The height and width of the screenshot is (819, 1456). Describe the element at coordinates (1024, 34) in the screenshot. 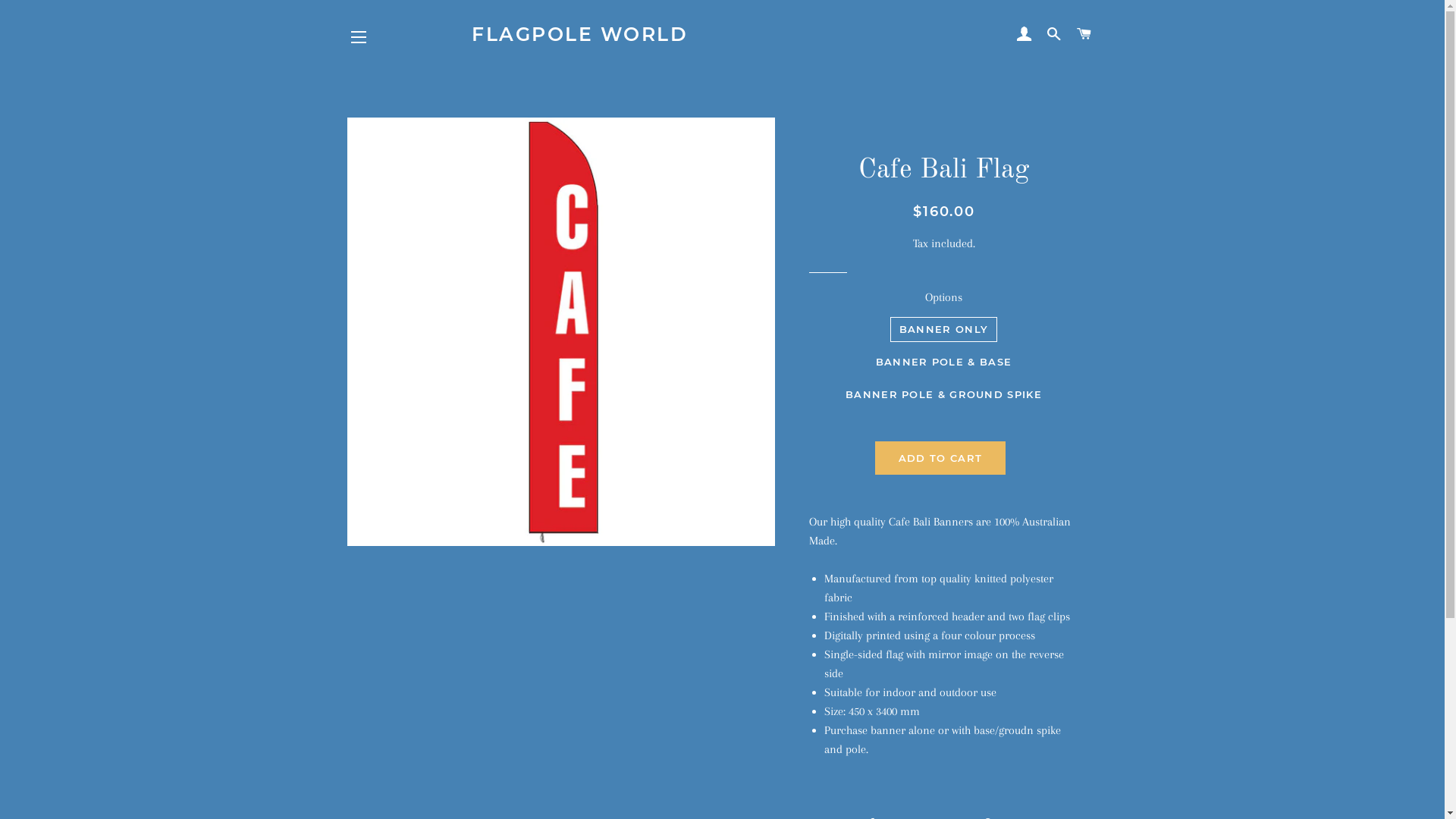

I see `'LOG IN'` at that location.